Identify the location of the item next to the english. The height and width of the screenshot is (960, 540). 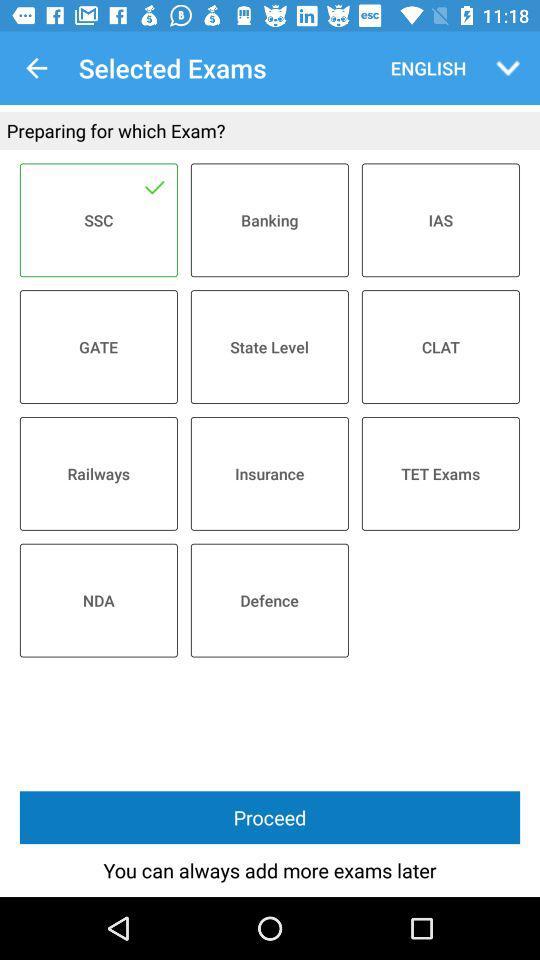
(508, 68).